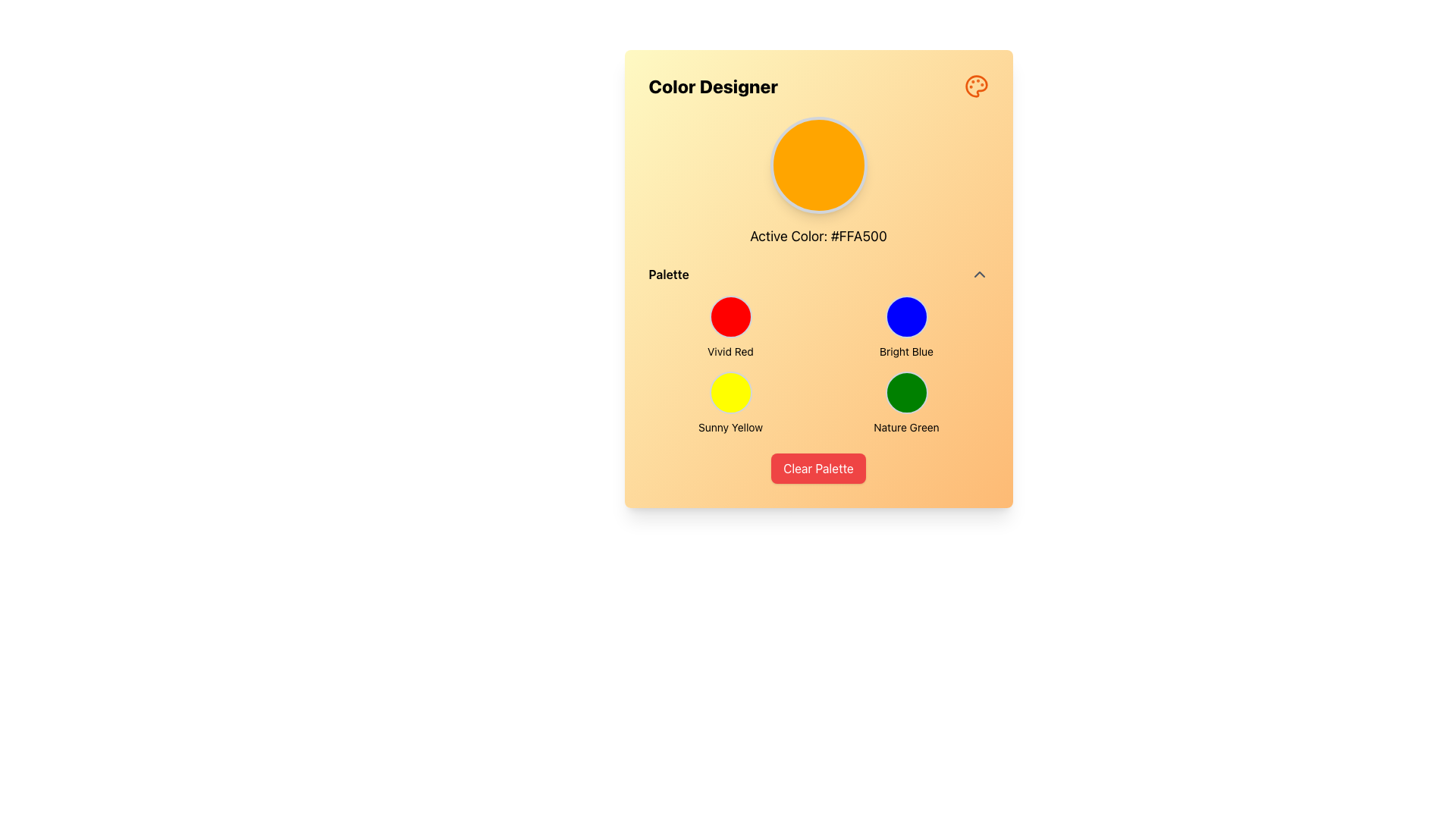 The height and width of the screenshot is (819, 1456). What do you see at coordinates (817, 467) in the screenshot?
I see `the 'Clear Color Palette' button located at the bottom-center of the 'Color Designer' panel` at bounding box center [817, 467].